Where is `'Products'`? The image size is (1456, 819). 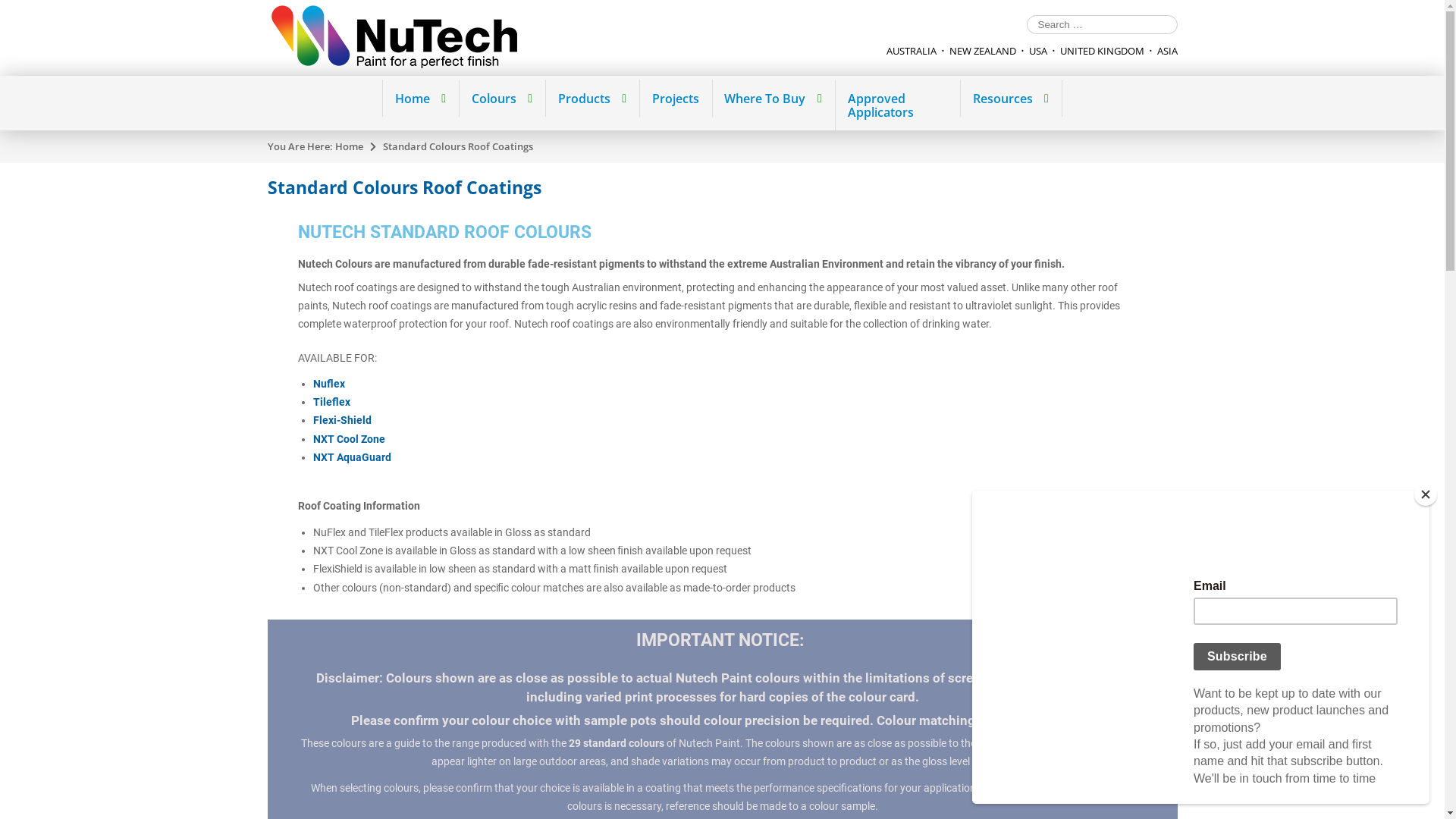 'Products' is located at coordinates (591, 98).